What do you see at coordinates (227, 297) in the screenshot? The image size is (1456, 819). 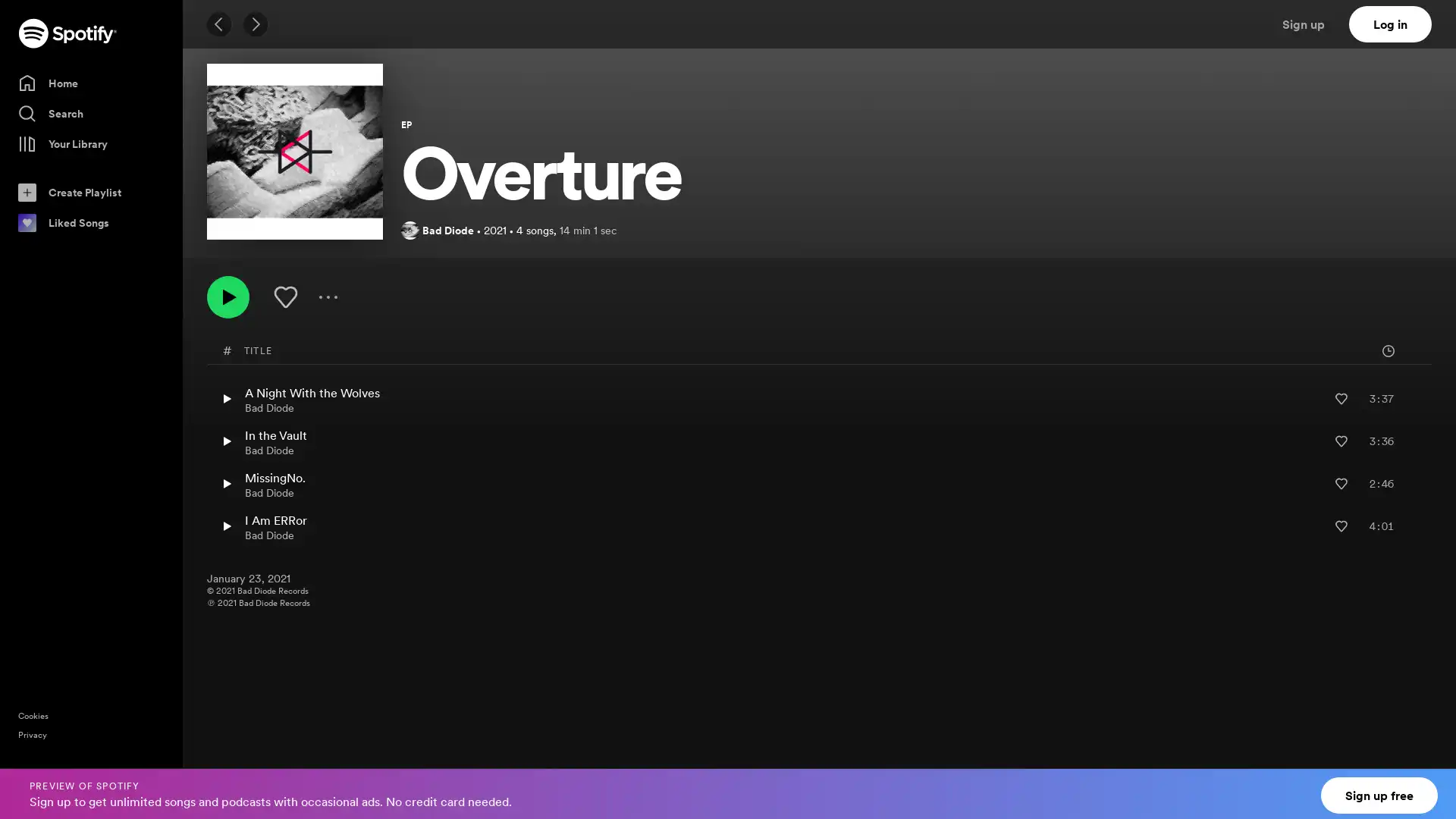 I see `Play` at bounding box center [227, 297].